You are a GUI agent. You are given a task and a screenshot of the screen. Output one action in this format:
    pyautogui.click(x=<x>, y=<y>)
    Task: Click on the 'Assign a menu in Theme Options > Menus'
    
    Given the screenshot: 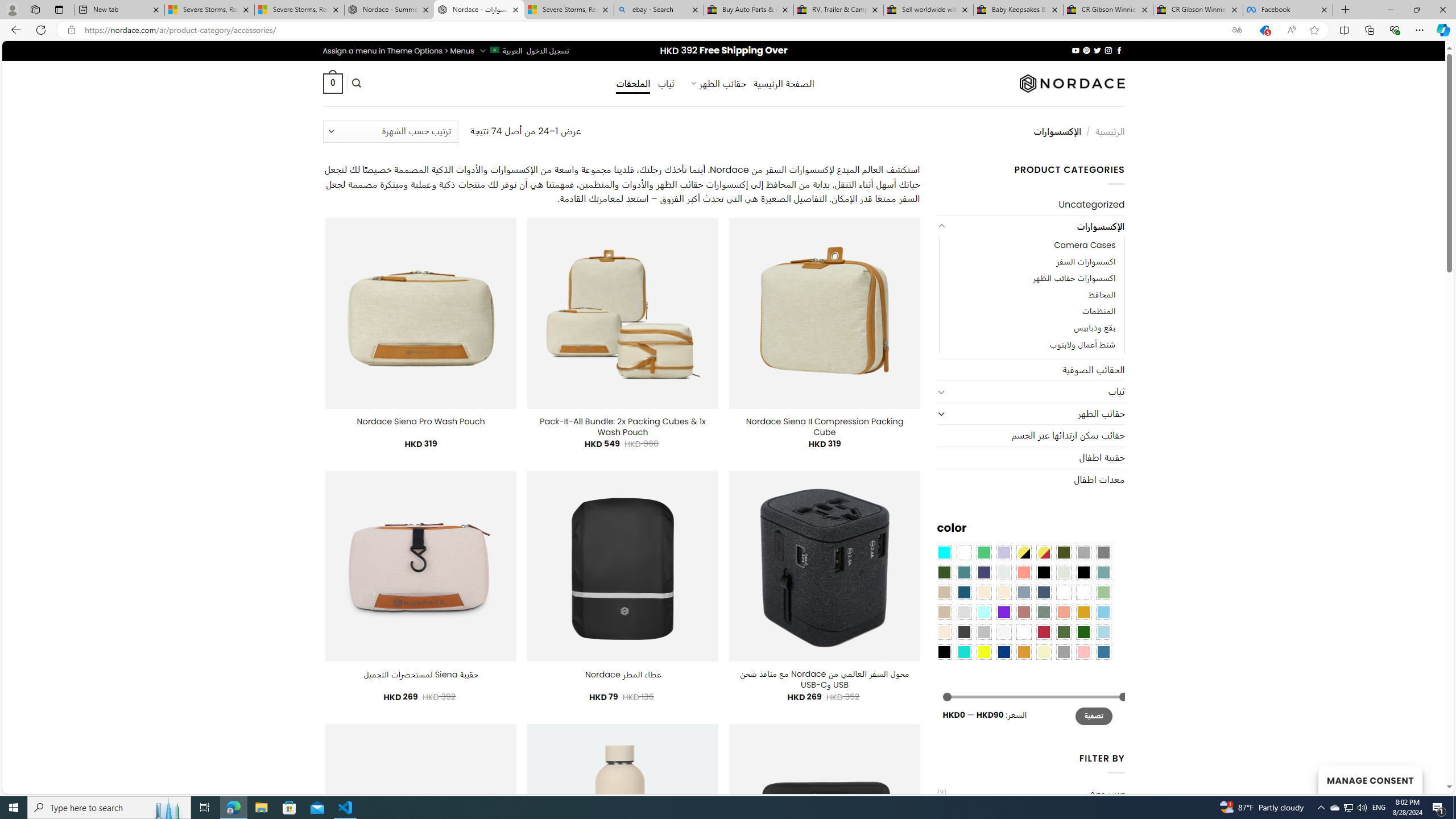 What is the action you would take?
    pyautogui.click(x=398, y=50)
    